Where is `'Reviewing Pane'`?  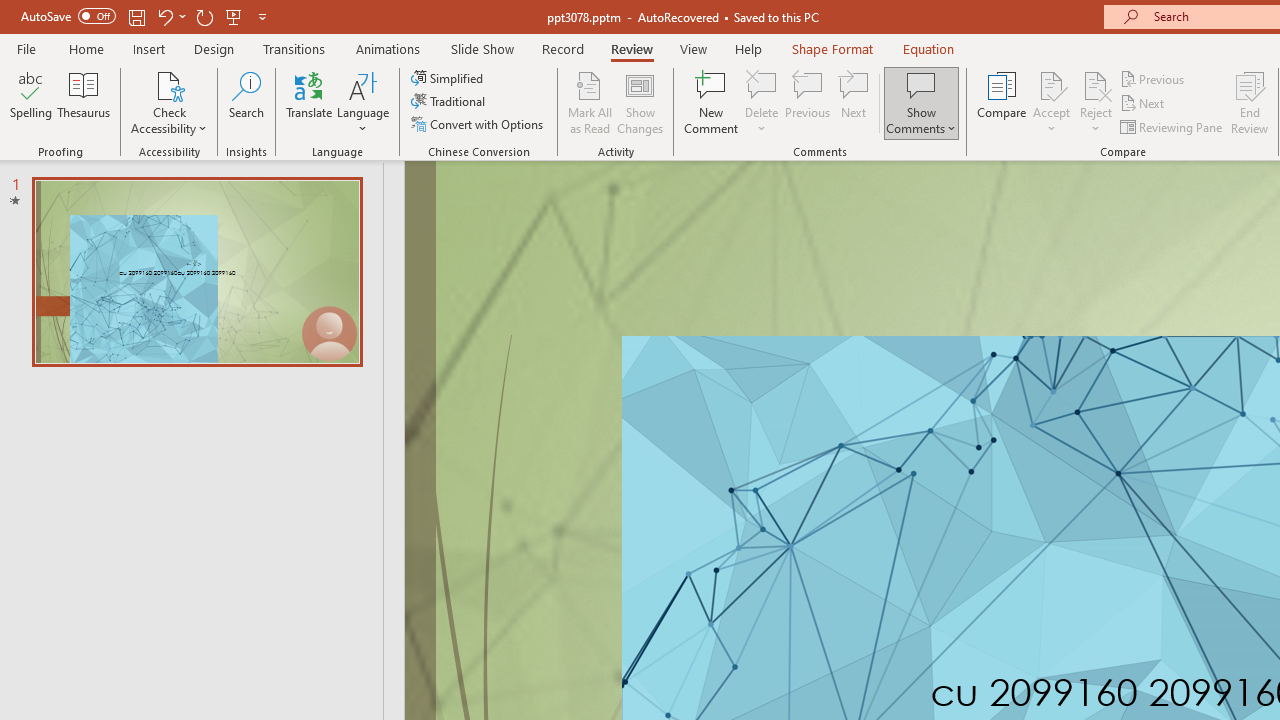 'Reviewing Pane' is located at coordinates (1173, 127).